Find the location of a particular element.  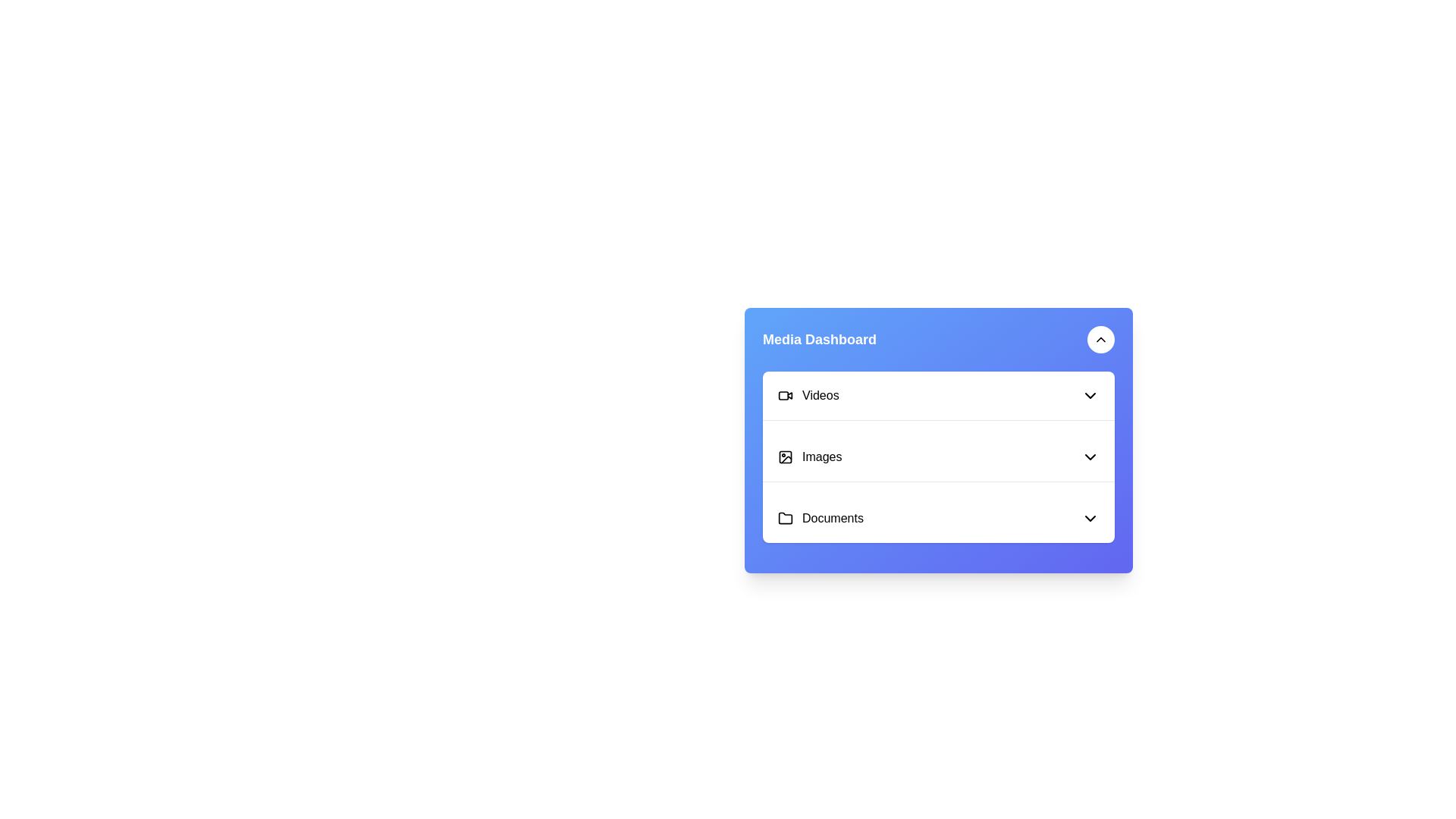

the 'Videos' menu item, which is the topmost element is located at coordinates (808, 394).